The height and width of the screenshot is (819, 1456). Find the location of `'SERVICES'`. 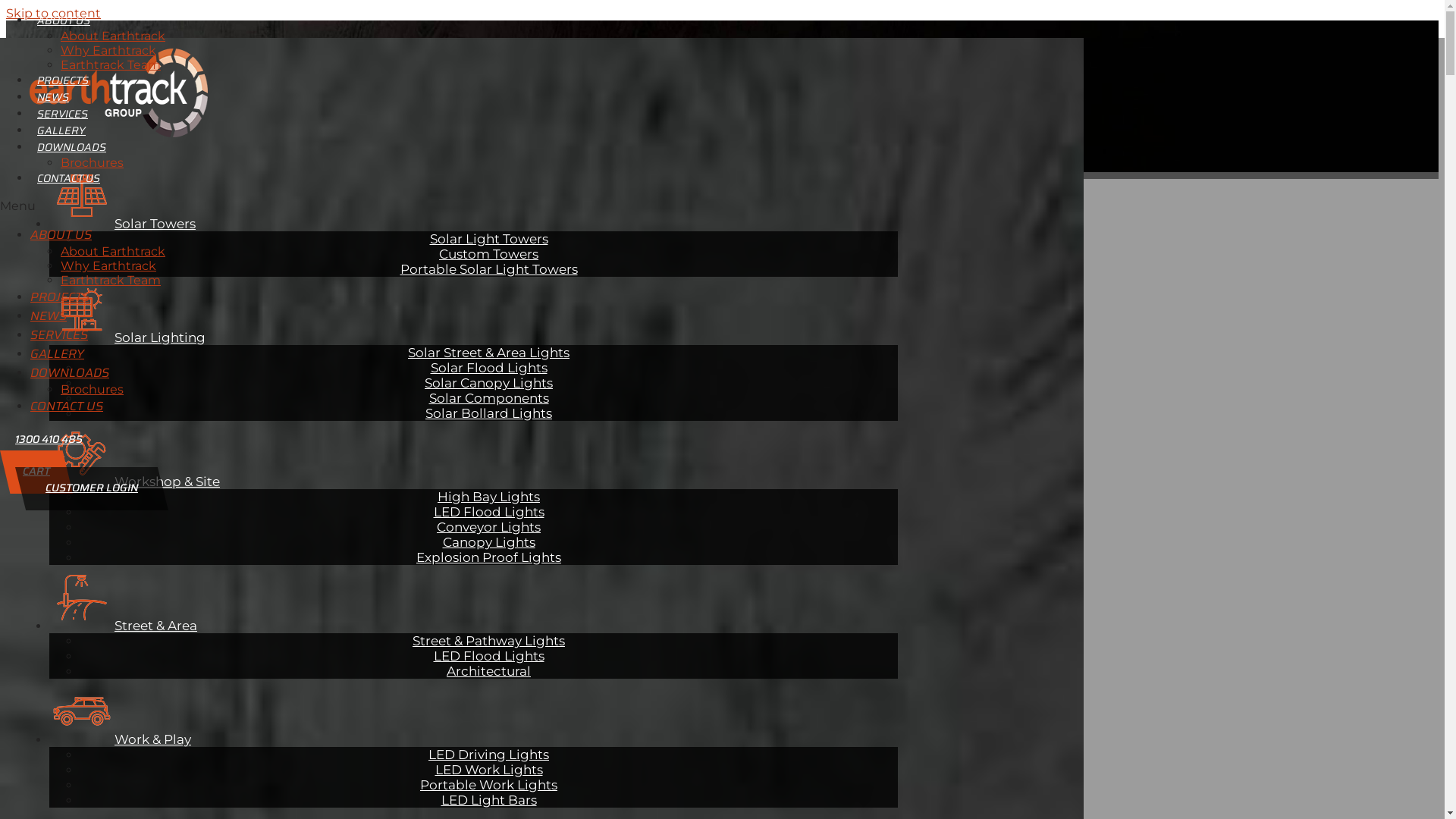

'SERVICES' is located at coordinates (61, 113).